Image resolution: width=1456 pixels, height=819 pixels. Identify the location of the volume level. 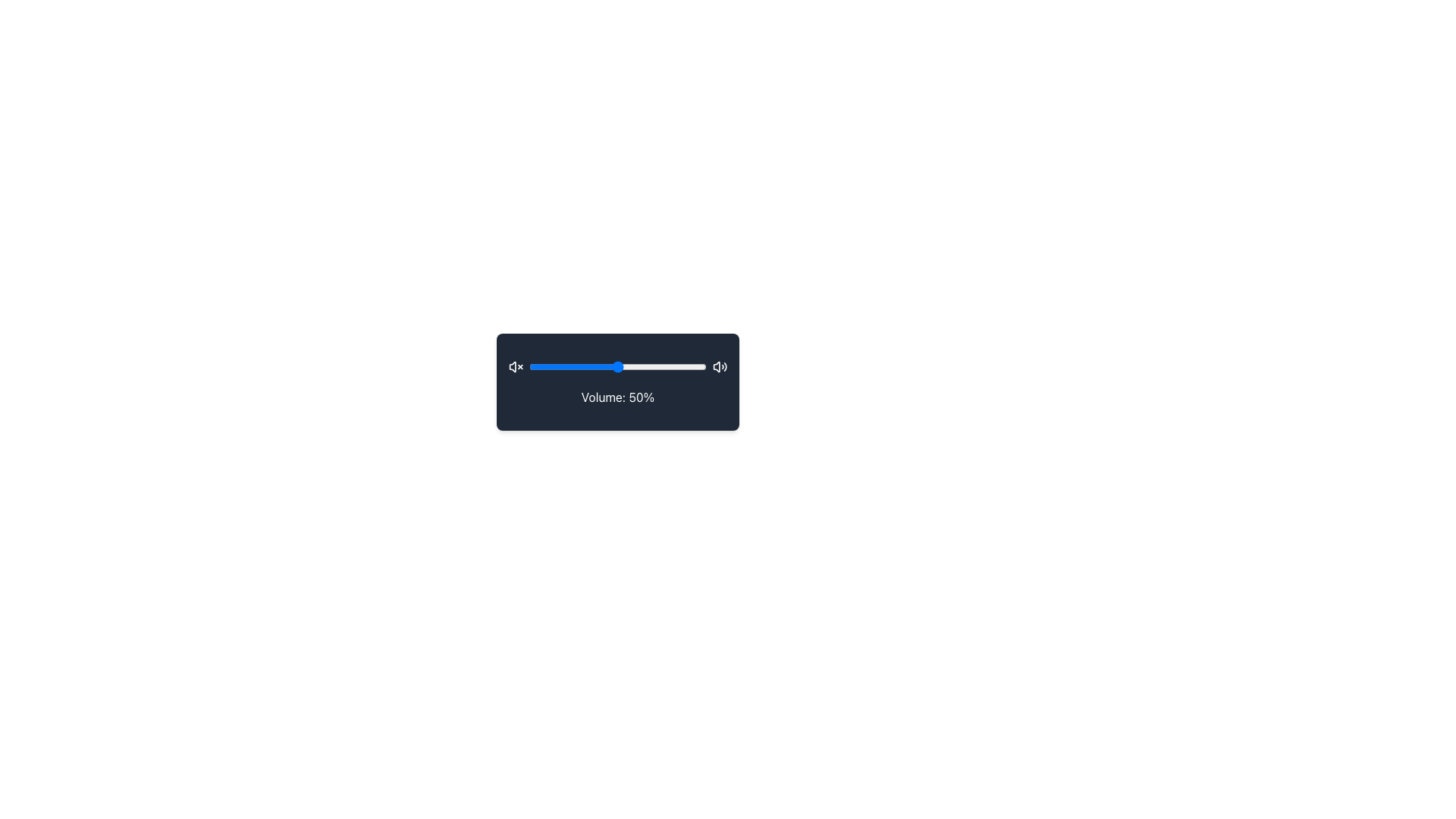
(585, 366).